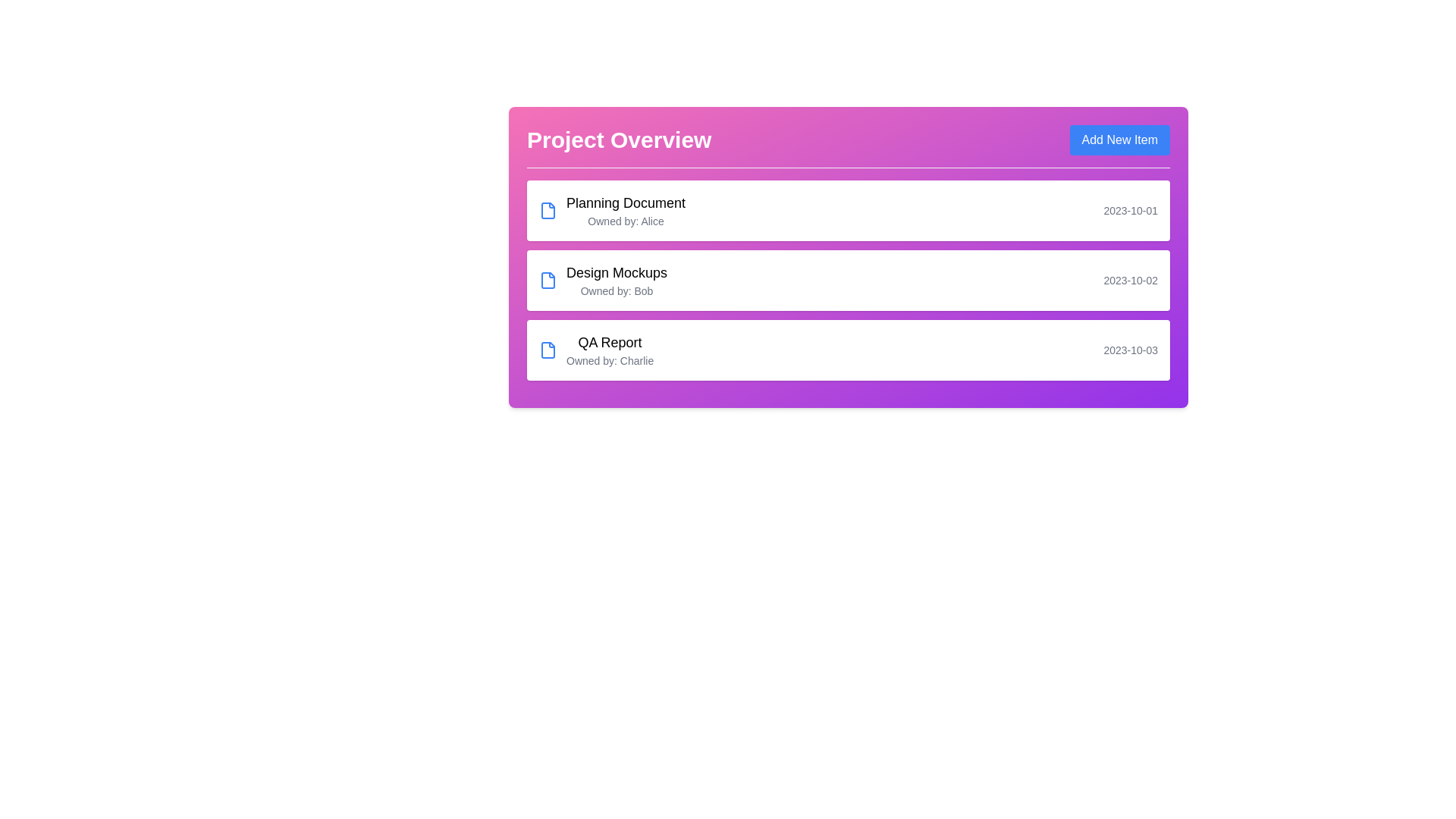  Describe the element at coordinates (612, 210) in the screenshot. I see `the first list item displaying a document icon and the text 'Planning Document'` at that location.